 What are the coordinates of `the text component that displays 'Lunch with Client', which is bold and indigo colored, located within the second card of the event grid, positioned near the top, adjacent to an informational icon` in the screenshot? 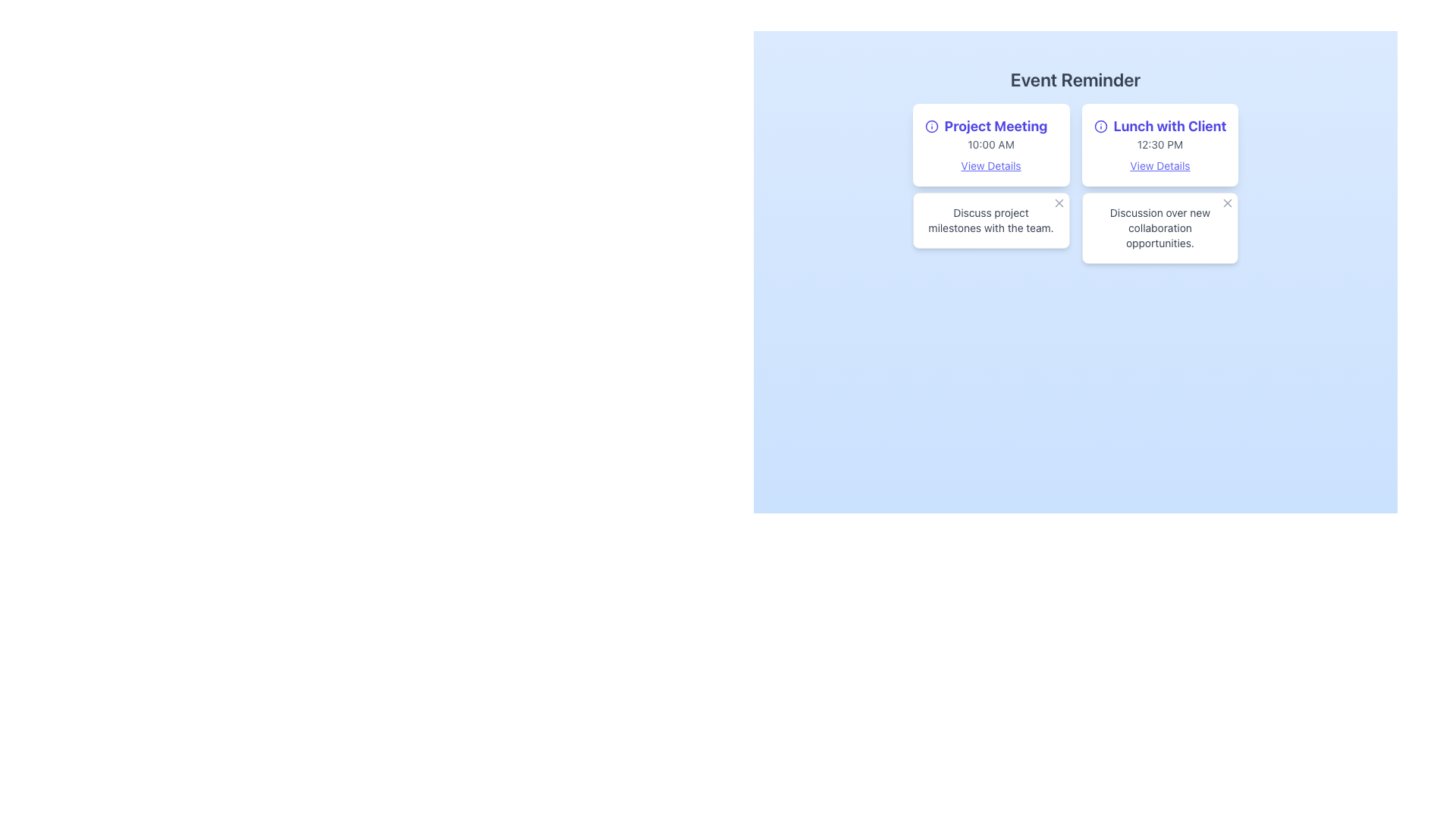 It's located at (1159, 125).